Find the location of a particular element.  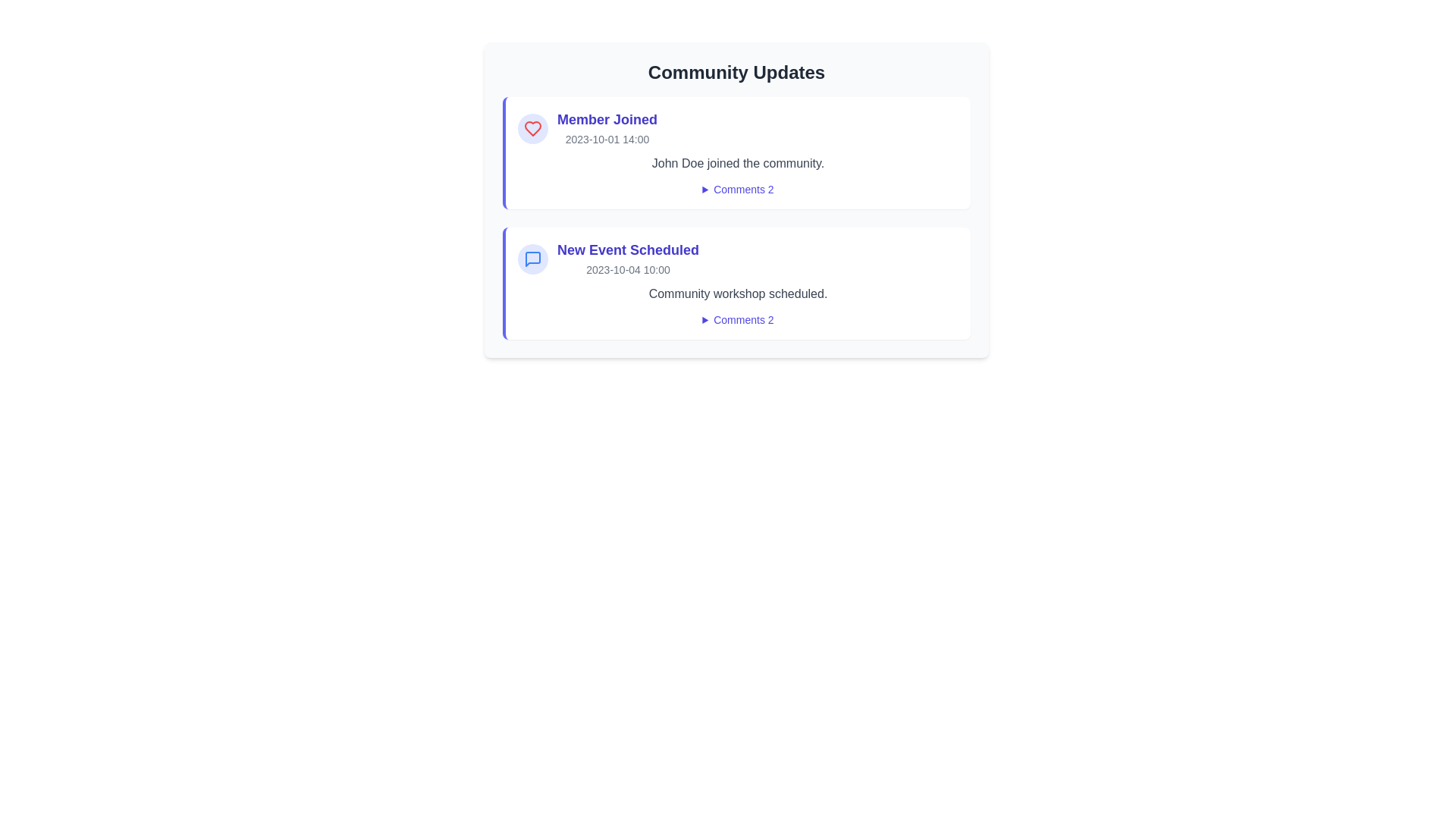

the Label displaying the timestamp that is positioned directly below the title 'New Event Scheduled' in the second card under 'Community Updates' is located at coordinates (628, 268).